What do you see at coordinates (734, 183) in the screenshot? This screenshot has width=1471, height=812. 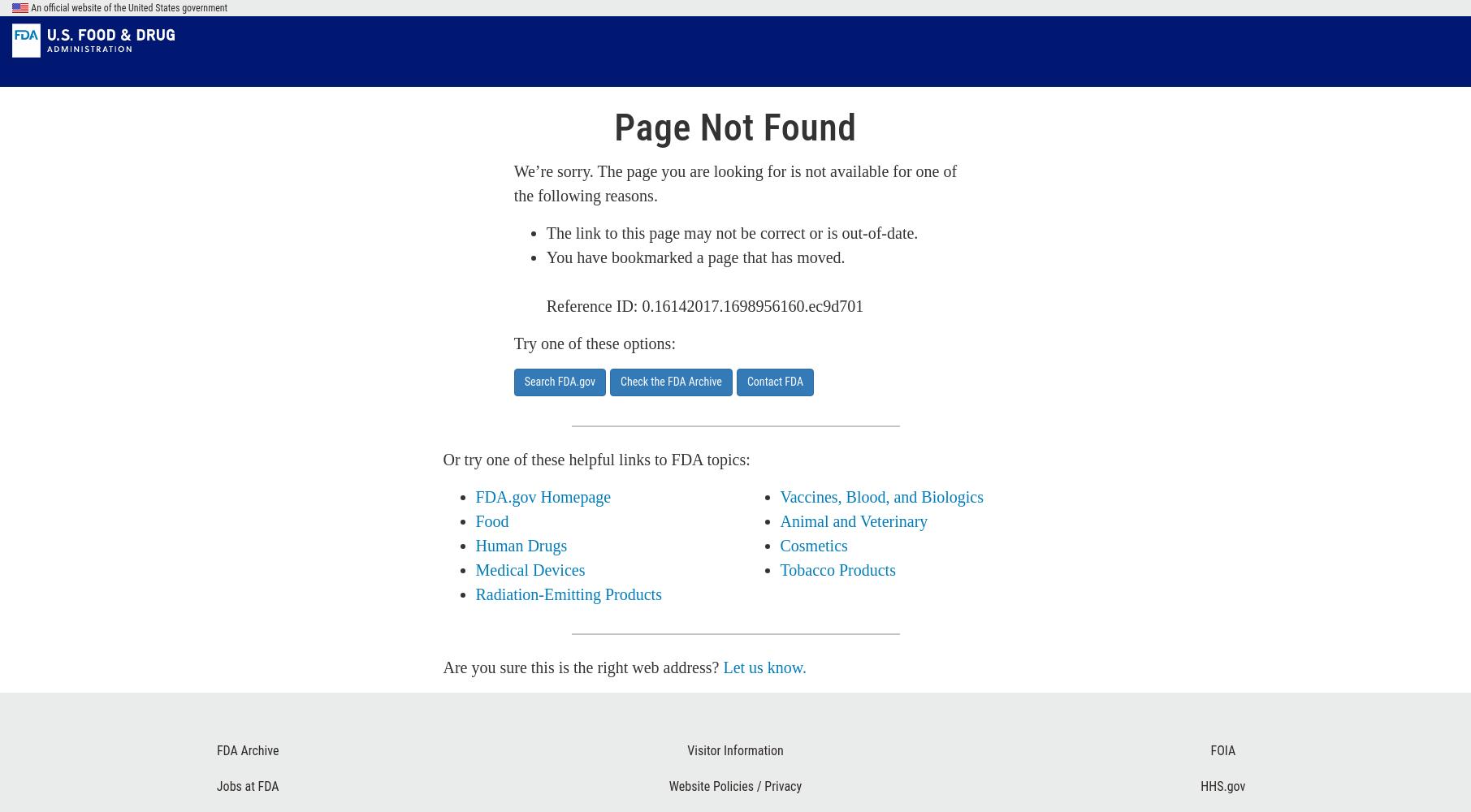 I see `'We’re sorry. The page you are looking for is not available for one of the following reasons.'` at bounding box center [734, 183].